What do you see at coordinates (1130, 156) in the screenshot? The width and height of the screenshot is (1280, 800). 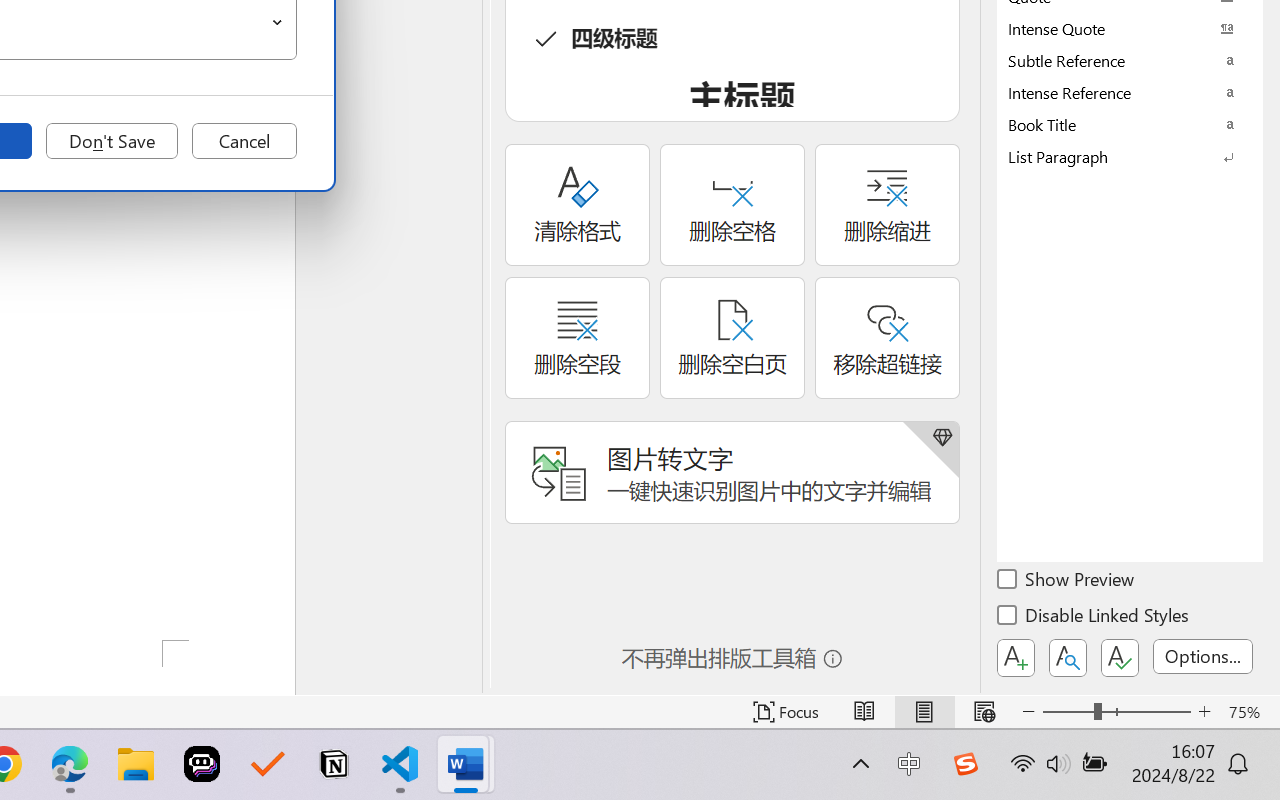 I see `'List Paragraph'` at bounding box center [1130, 156].